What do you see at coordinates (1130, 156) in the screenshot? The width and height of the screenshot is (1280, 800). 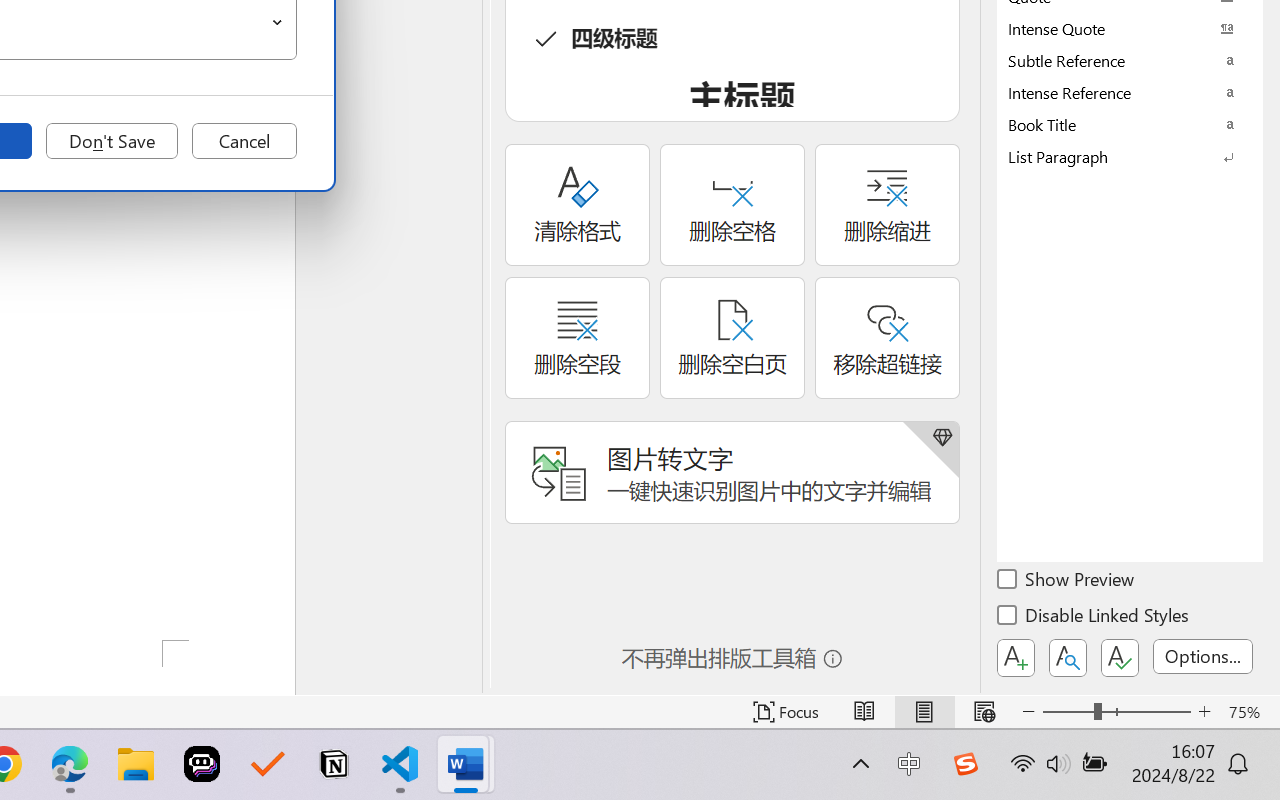 I see `'List Paragraph'` at bounding box center [1130, 156].